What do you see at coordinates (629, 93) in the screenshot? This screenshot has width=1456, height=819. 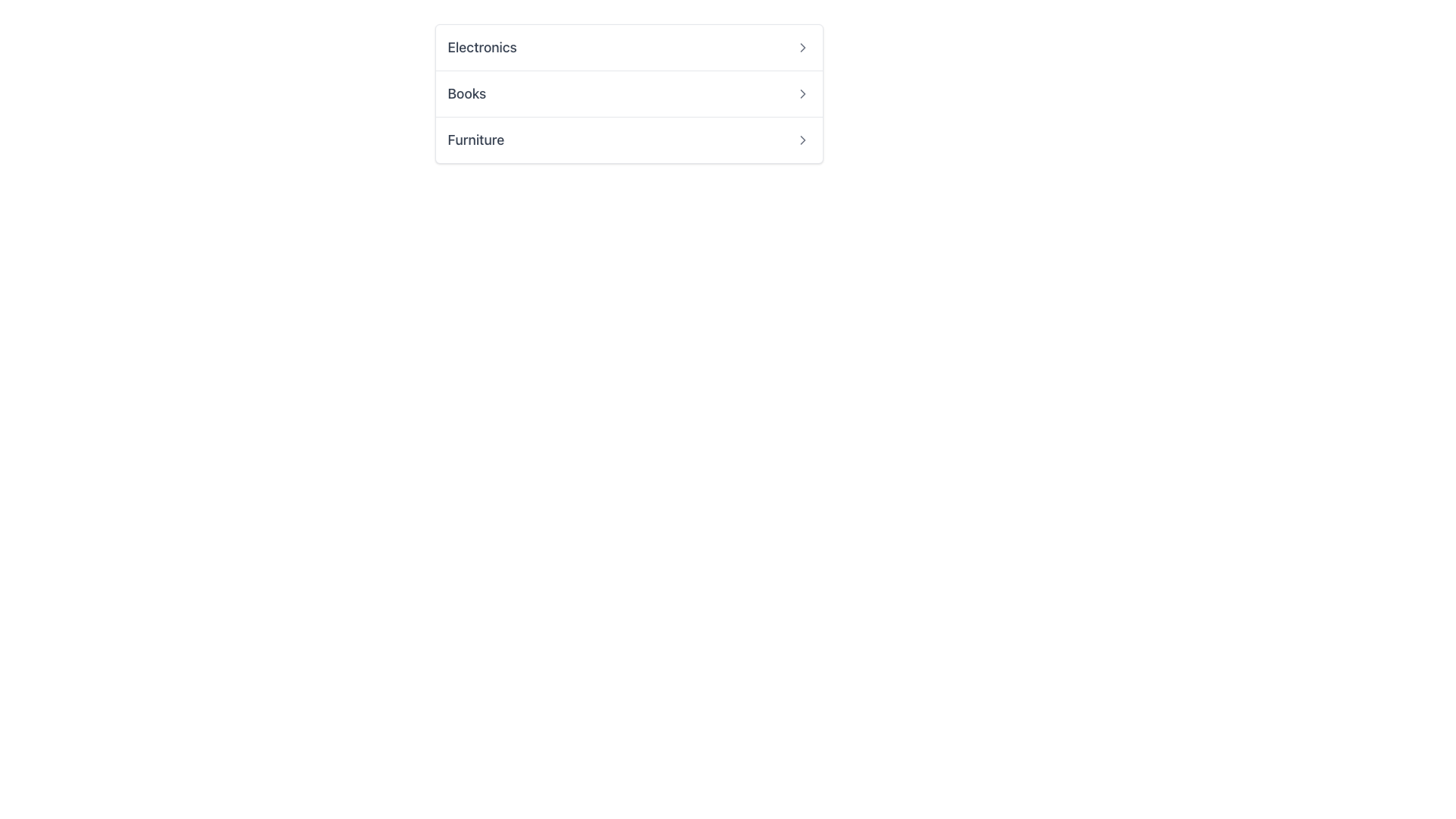 I see `the 'Books' category selection option, which is the second item` at bounding box center [629, 93].